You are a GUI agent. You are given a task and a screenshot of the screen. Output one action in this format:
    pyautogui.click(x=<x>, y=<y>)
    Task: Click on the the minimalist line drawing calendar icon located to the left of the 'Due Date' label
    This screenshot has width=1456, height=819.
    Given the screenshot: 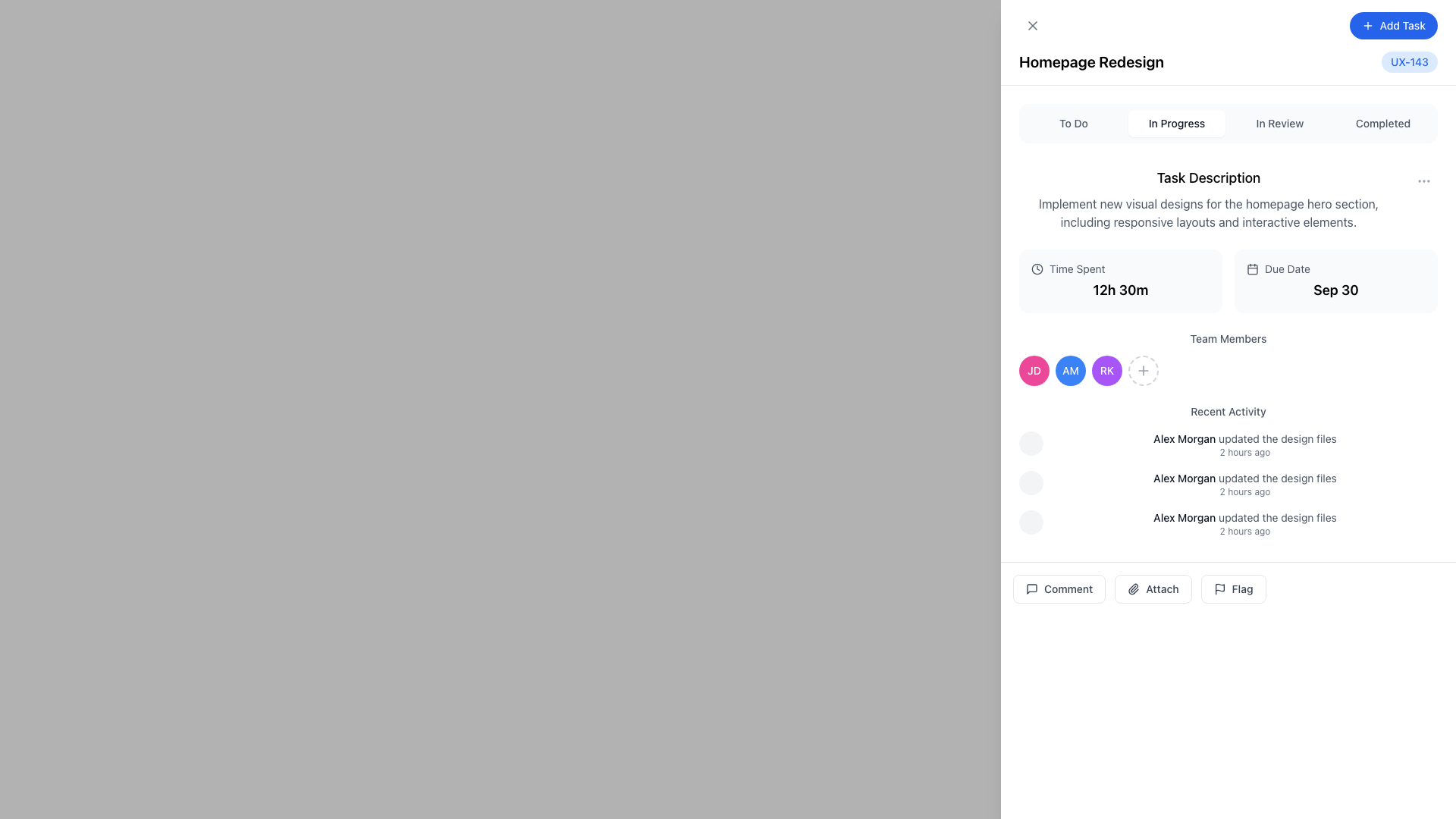 What is the action you would take?
    pyautogui.click(x=1252, y=268)
    